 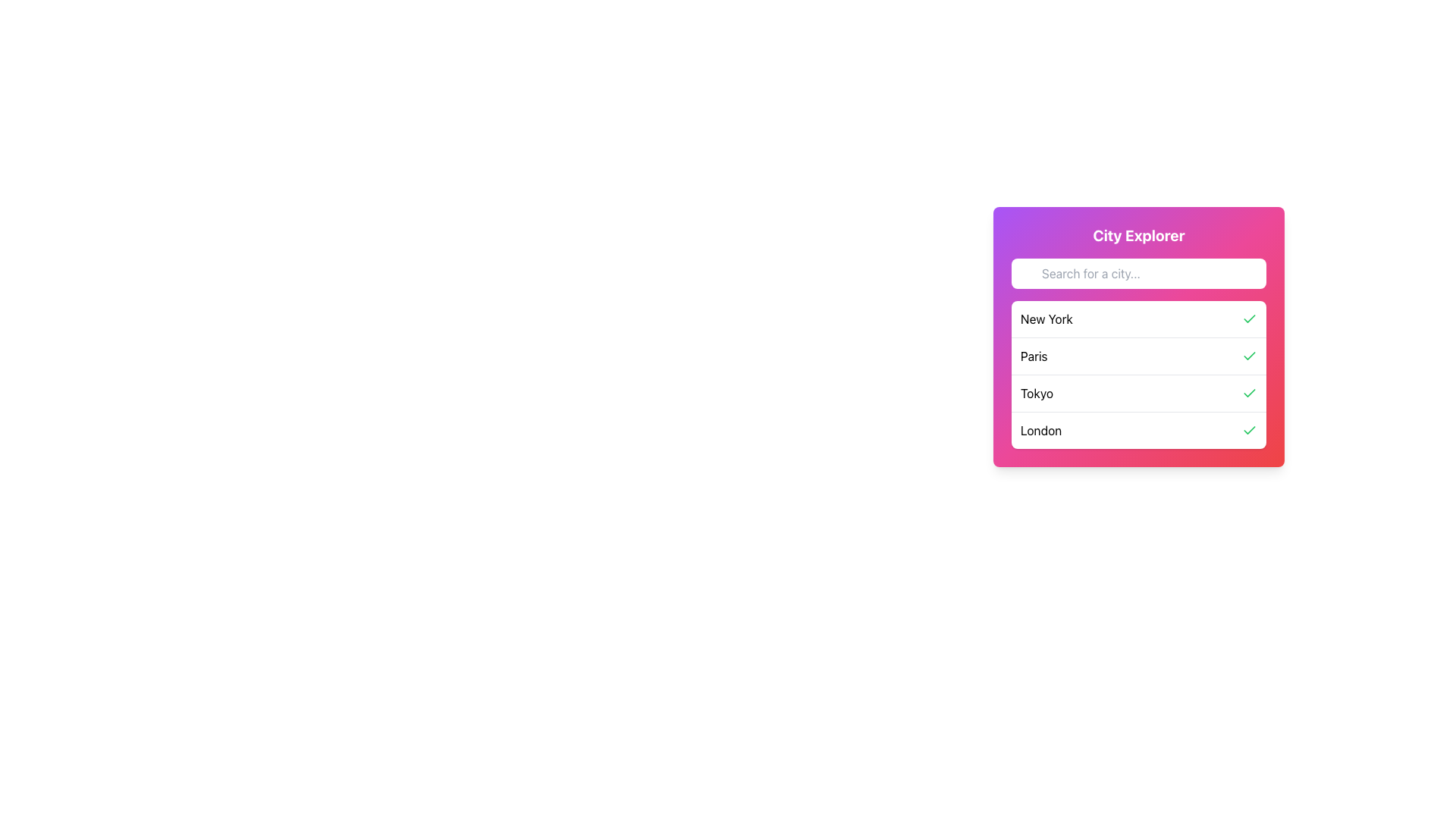 What do you see at coordinates (1249, 356) in the screenshot?
I see `the selection indicator icon for the city 'Paris' in the 'City Explorer' UI, which is located to the far right of the 'Paris' list item` at bounding box center [1249, 356].